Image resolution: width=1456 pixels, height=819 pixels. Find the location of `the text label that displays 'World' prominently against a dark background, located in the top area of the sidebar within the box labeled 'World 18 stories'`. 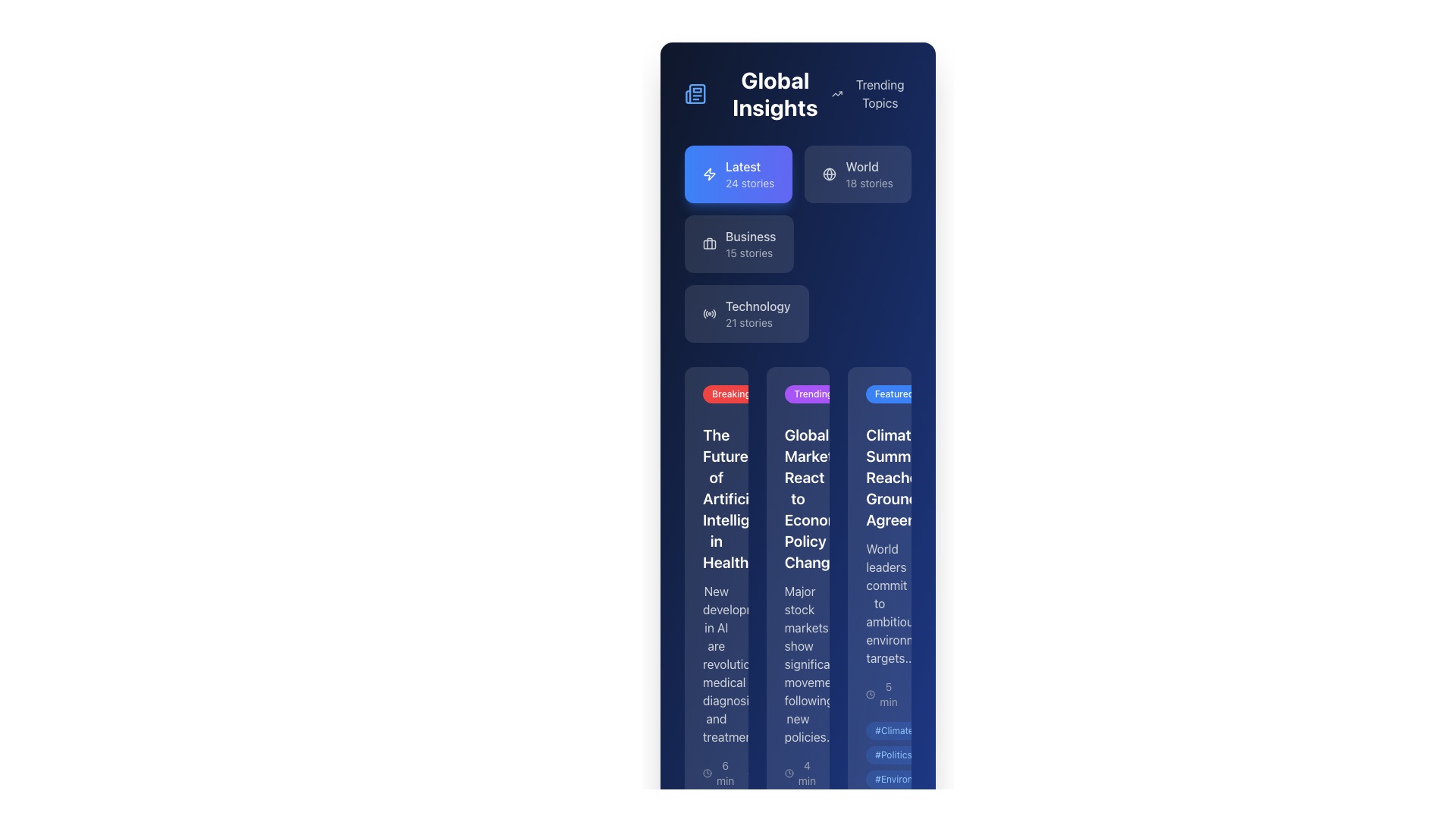

the text label that displays 'World' prominently against a dark background, located in the top area of the sidebar within the box labeled 'World 18 stories' is located at coordinates (869, 166).